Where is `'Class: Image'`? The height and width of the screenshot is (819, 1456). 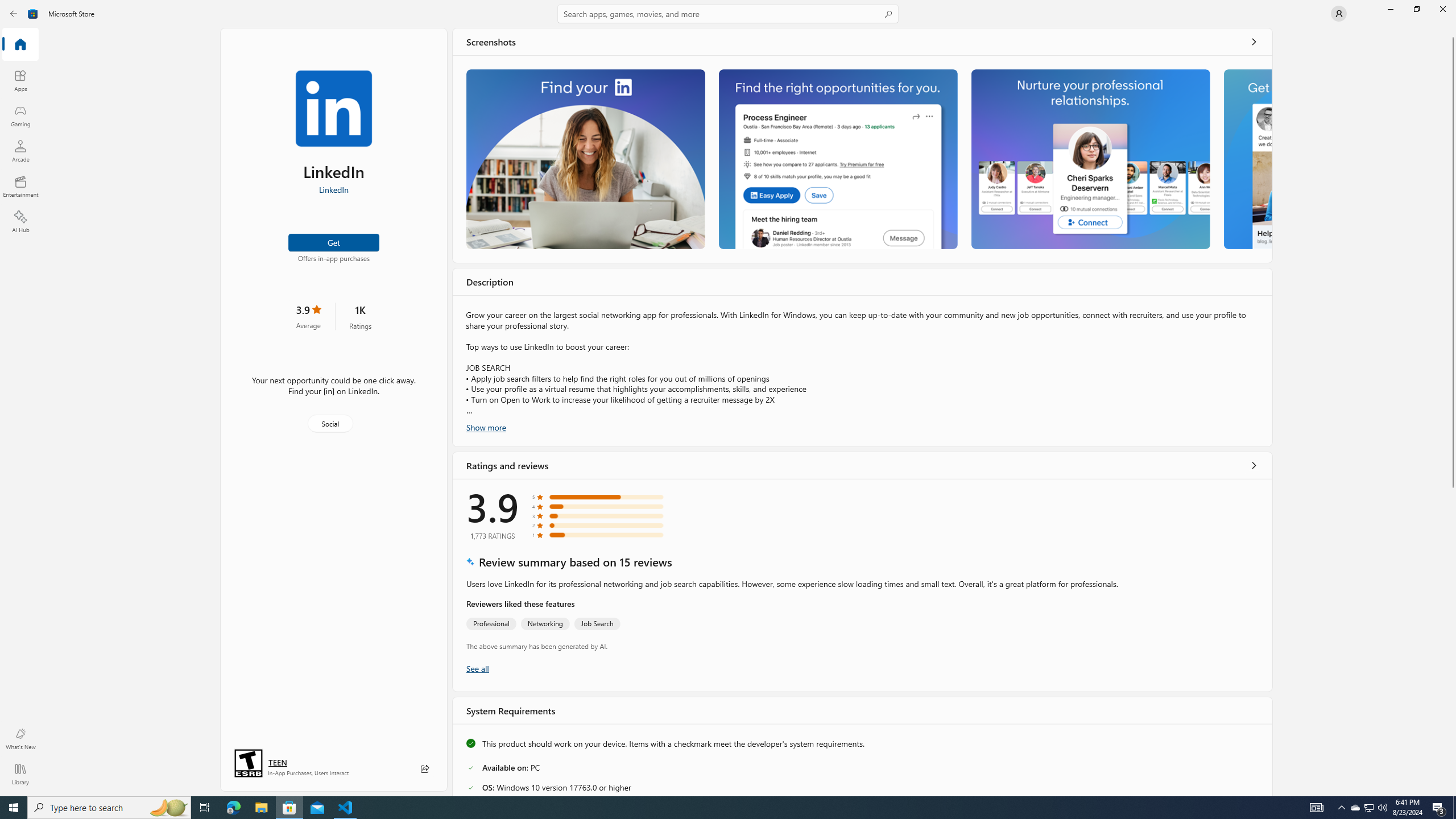
'Class: Image' is located at coordinates (32, 13).